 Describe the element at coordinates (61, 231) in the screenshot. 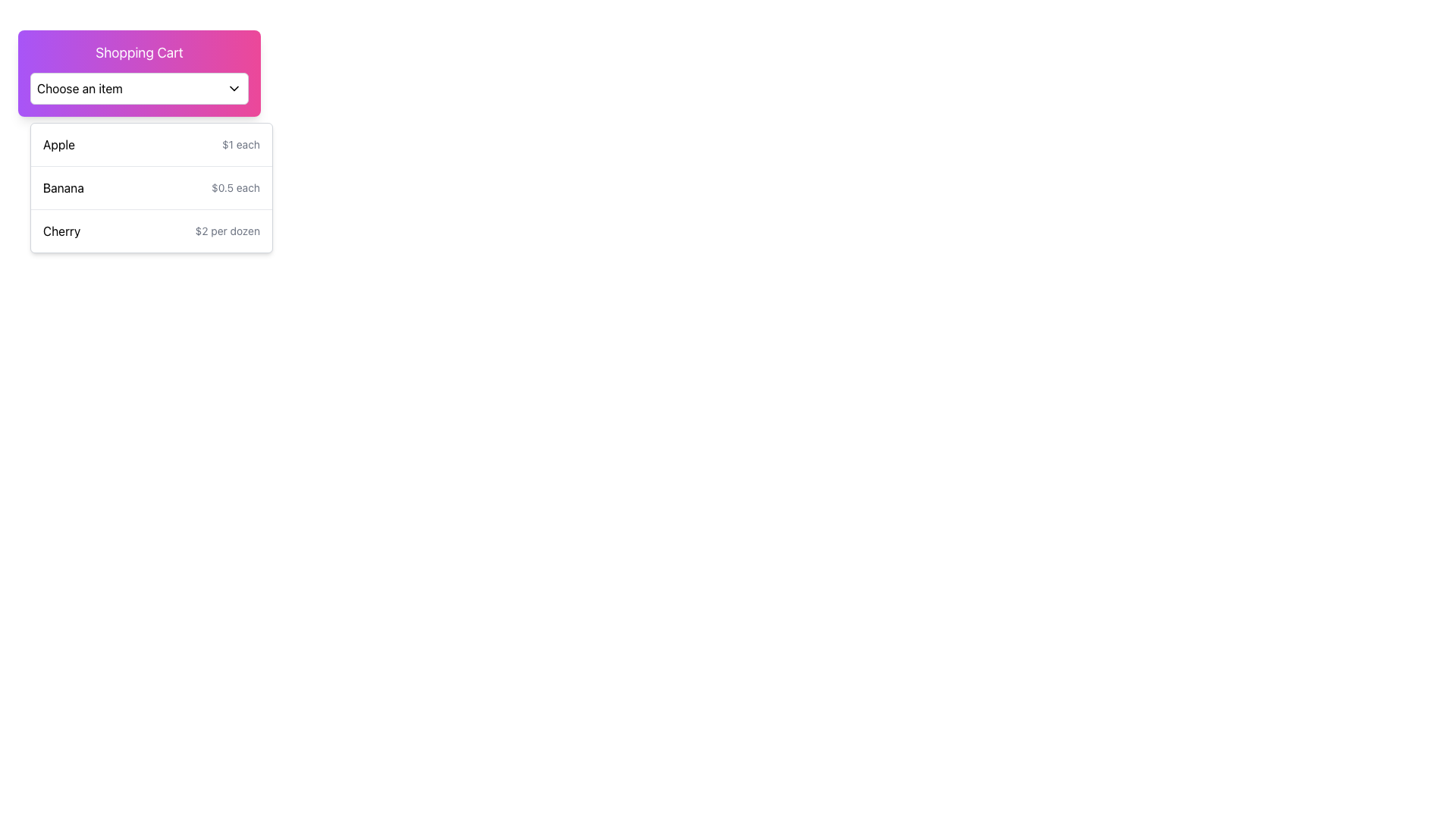

I see `the label displaying the text 'Cherry' in bold black font, located in the third entry of the vertical list under the 'Shopping Cart' dropdown menu` at that location.